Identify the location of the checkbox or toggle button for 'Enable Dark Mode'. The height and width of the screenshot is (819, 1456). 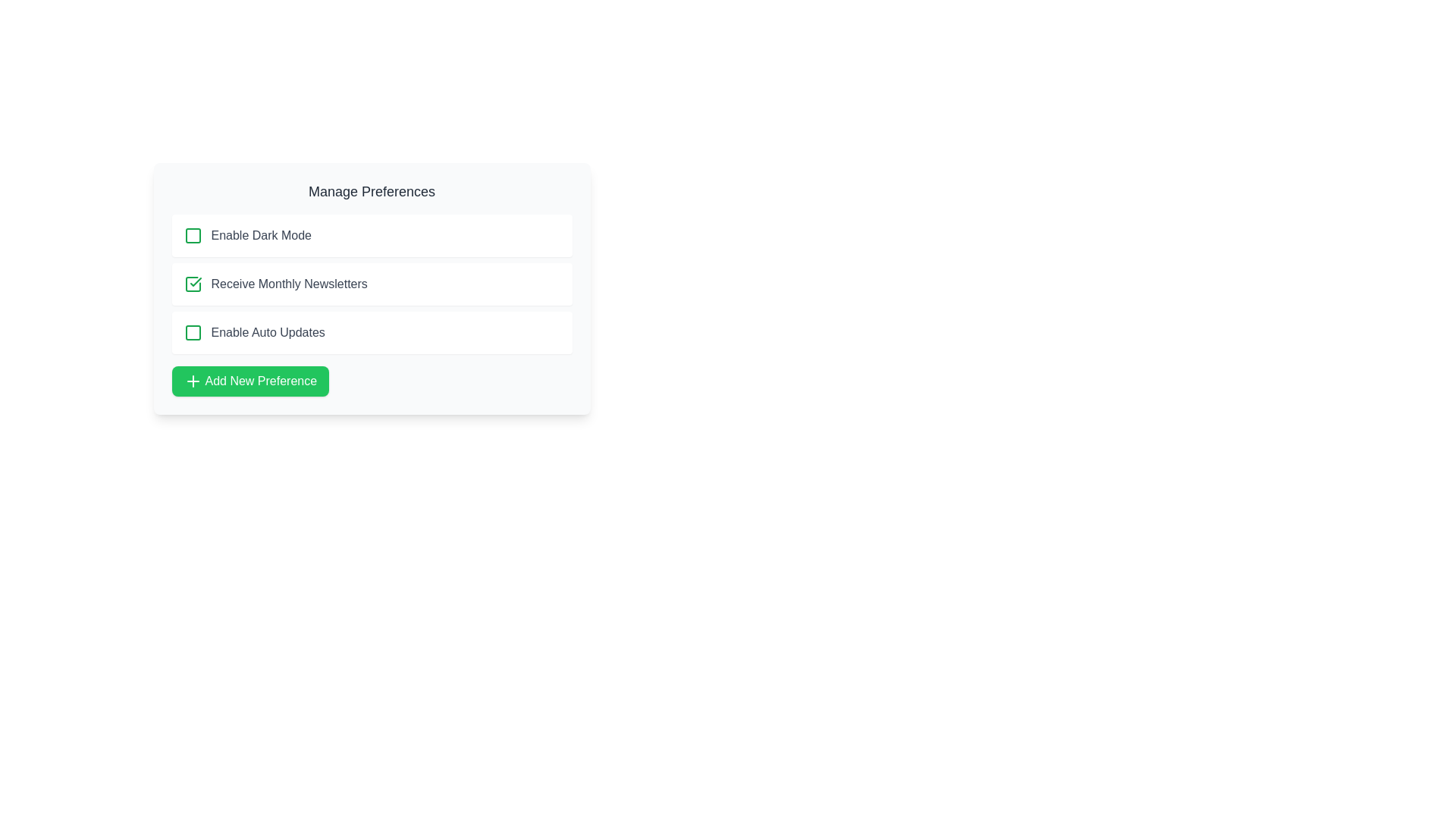
(192, 236).